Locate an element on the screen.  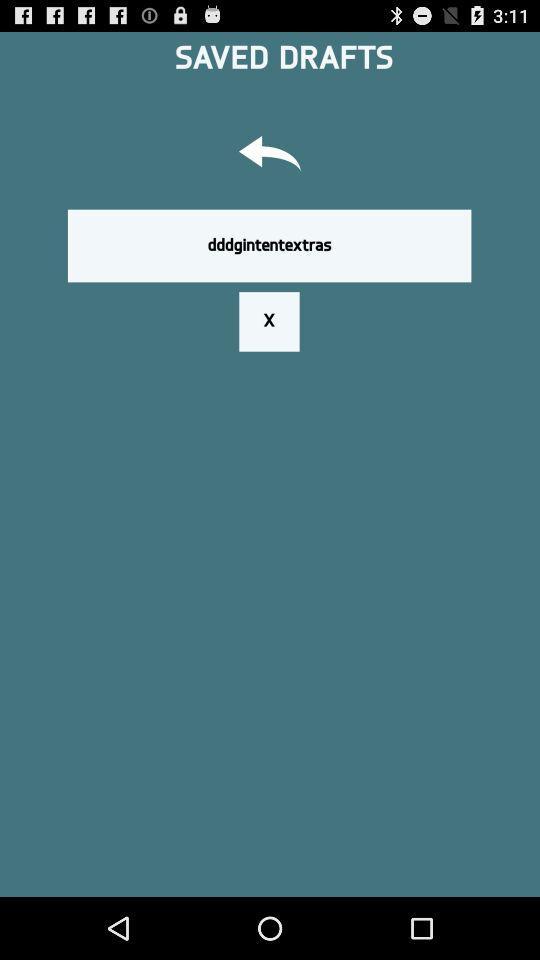
app below saved drafts item is located at coordinates (270, 155).